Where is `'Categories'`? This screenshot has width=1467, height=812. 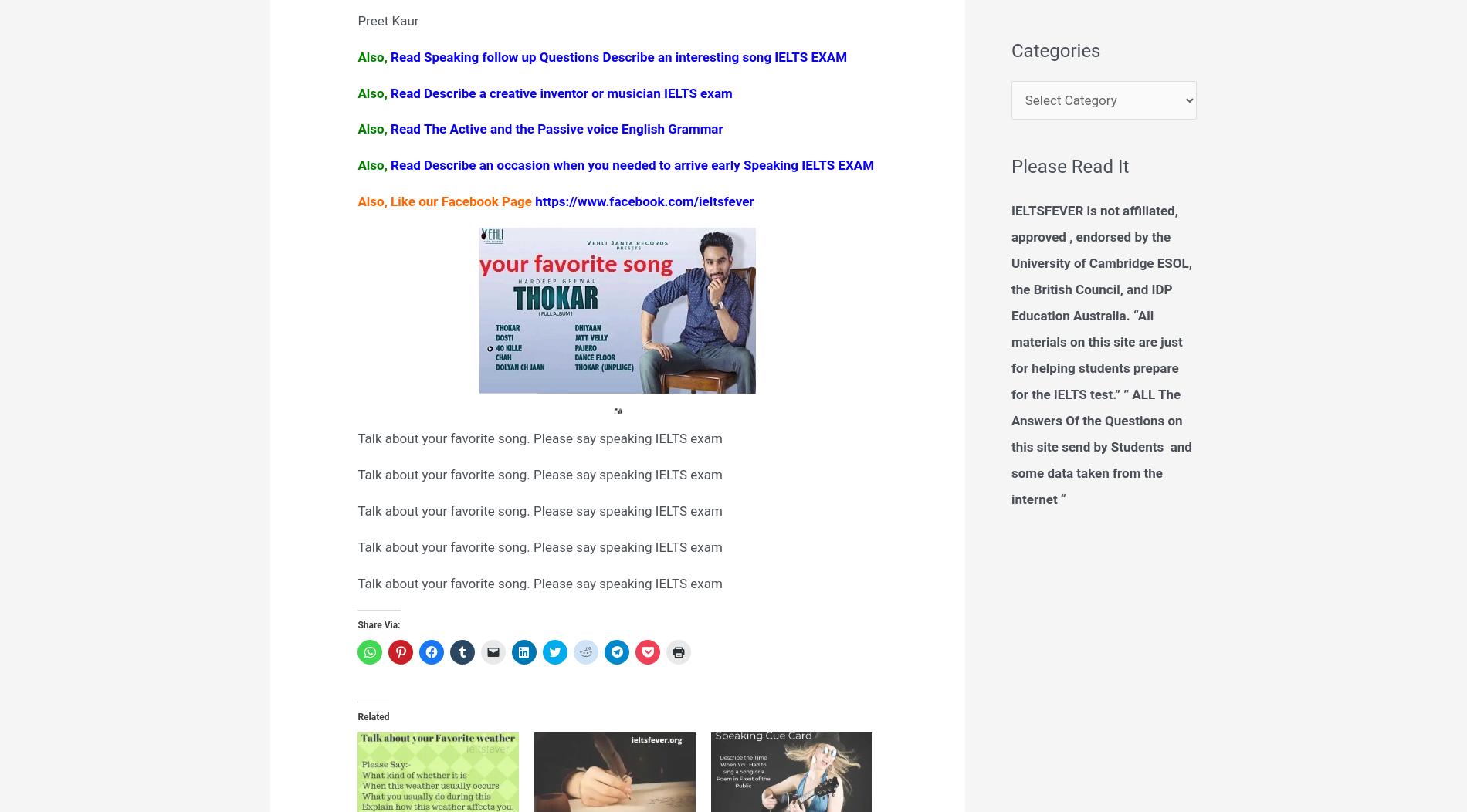
'Categories' is located at coordinates (1055, 49).